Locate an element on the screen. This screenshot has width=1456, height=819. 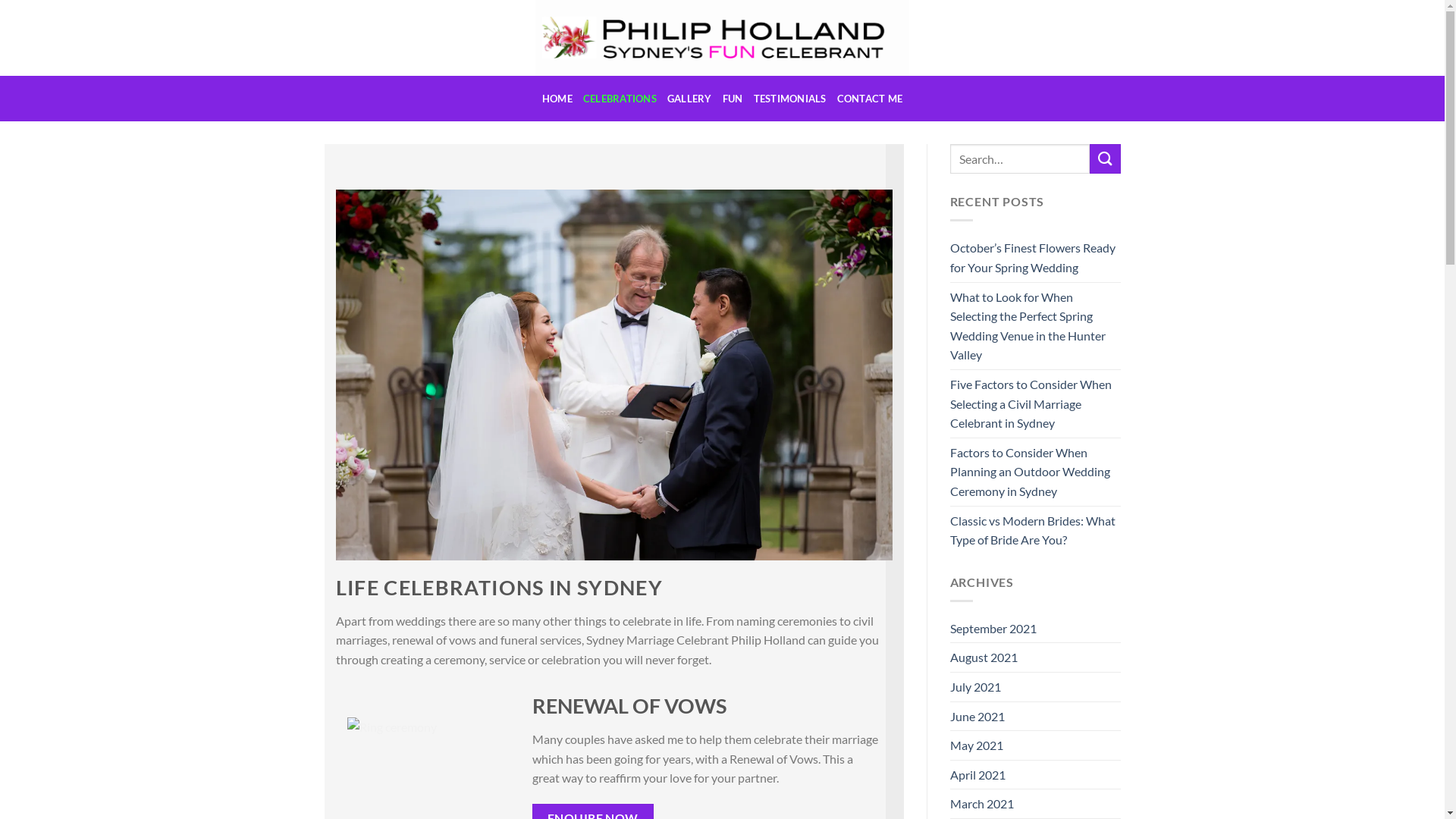
'July 2021' is located at coordinates (974, 687).